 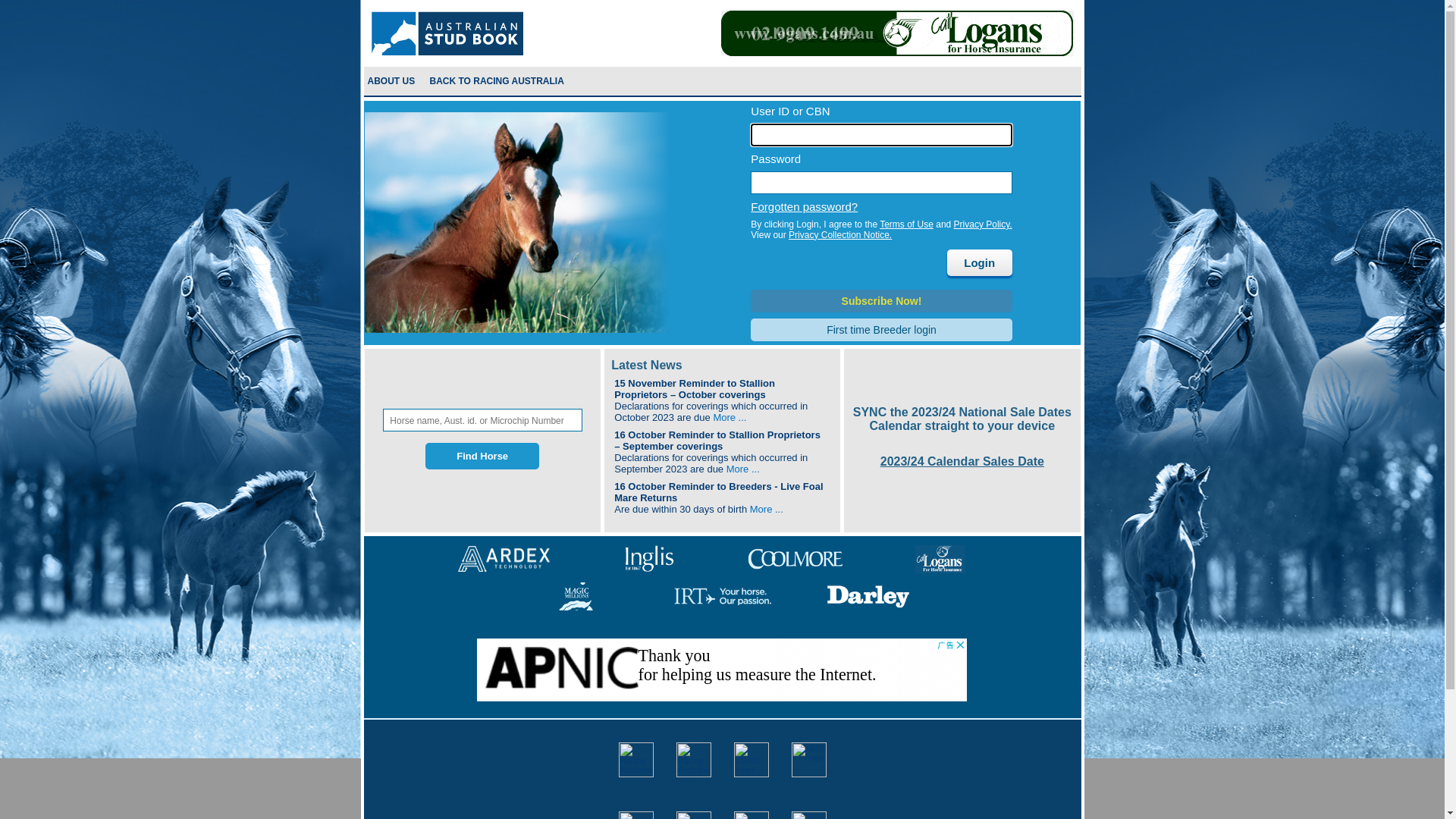 I want to click on 'Login', so click(x=979, y=262).